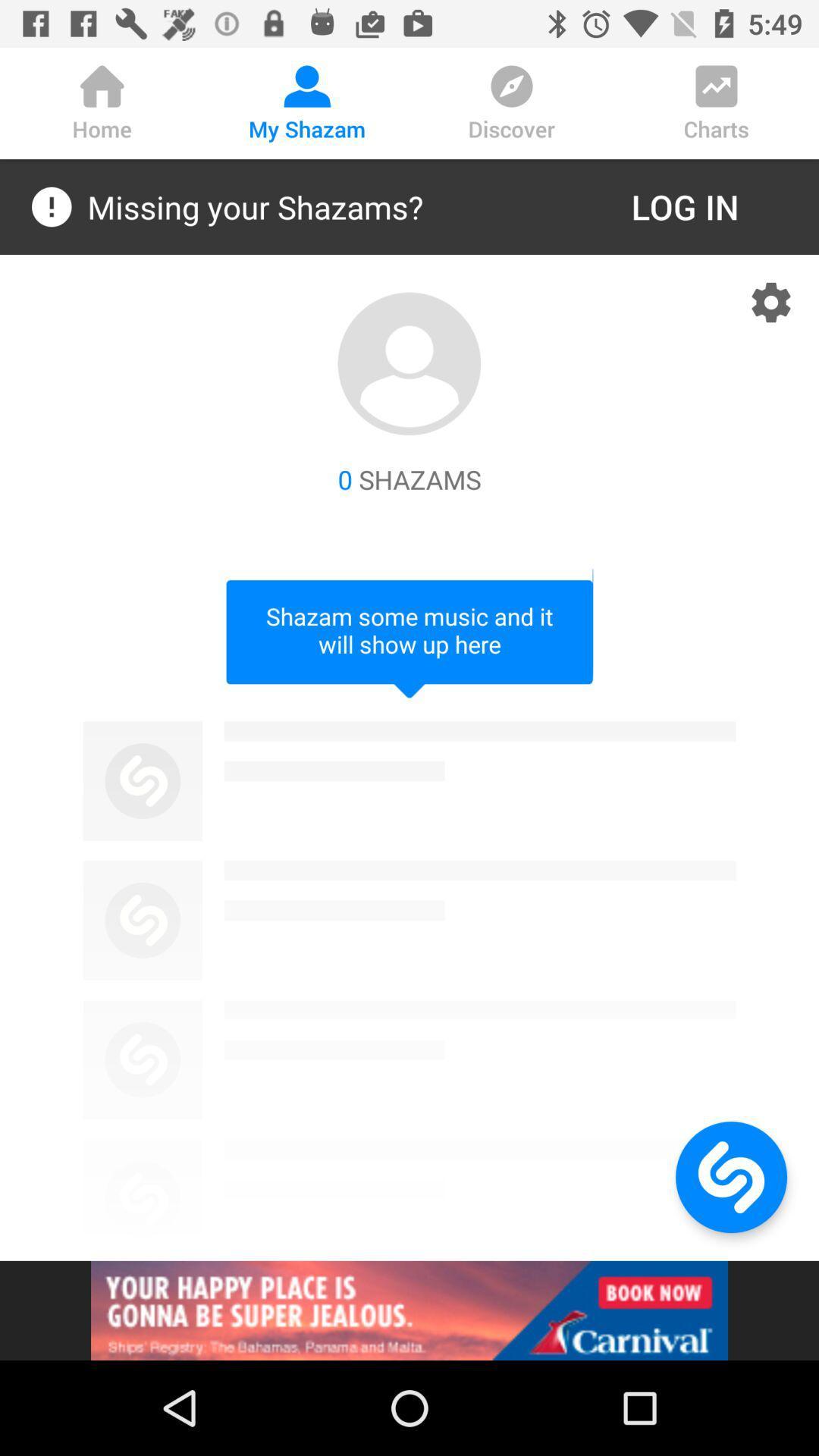  What do you see at coordinates (771, 302) in the screenshot?
I see `open settings` at bounding box center [771, 302].